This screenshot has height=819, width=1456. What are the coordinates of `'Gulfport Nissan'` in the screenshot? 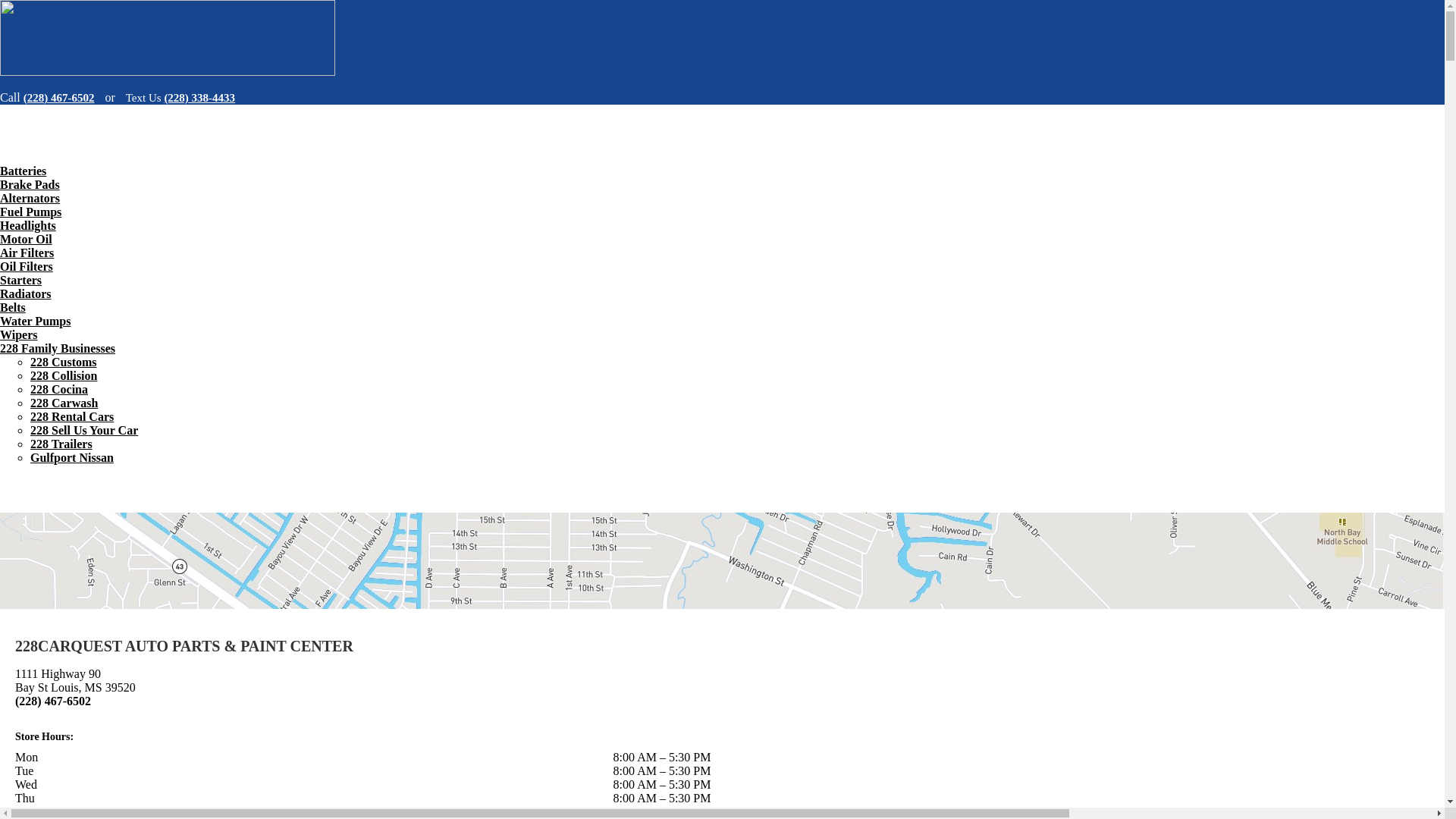 It's located at (71, 457).